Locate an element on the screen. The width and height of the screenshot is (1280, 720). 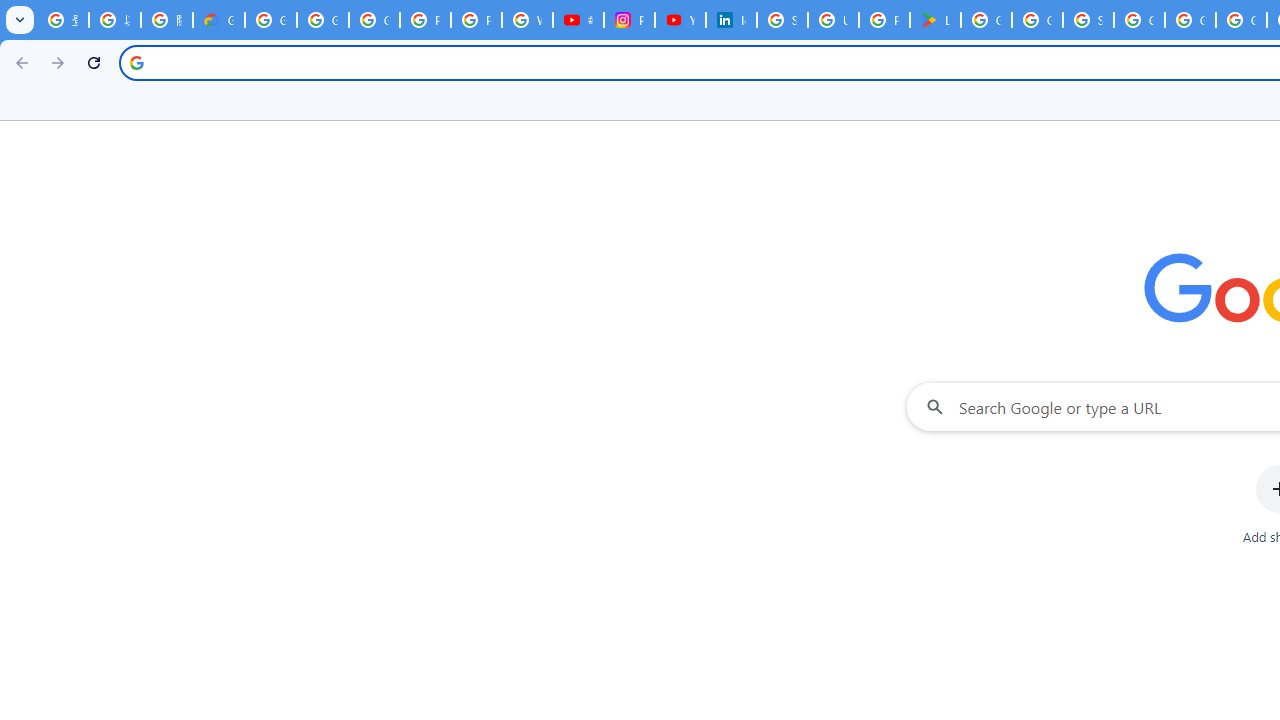
'YouTube Culture & Trends - On The Rise: Handcam Videos' is located at coordinates (680, 20).